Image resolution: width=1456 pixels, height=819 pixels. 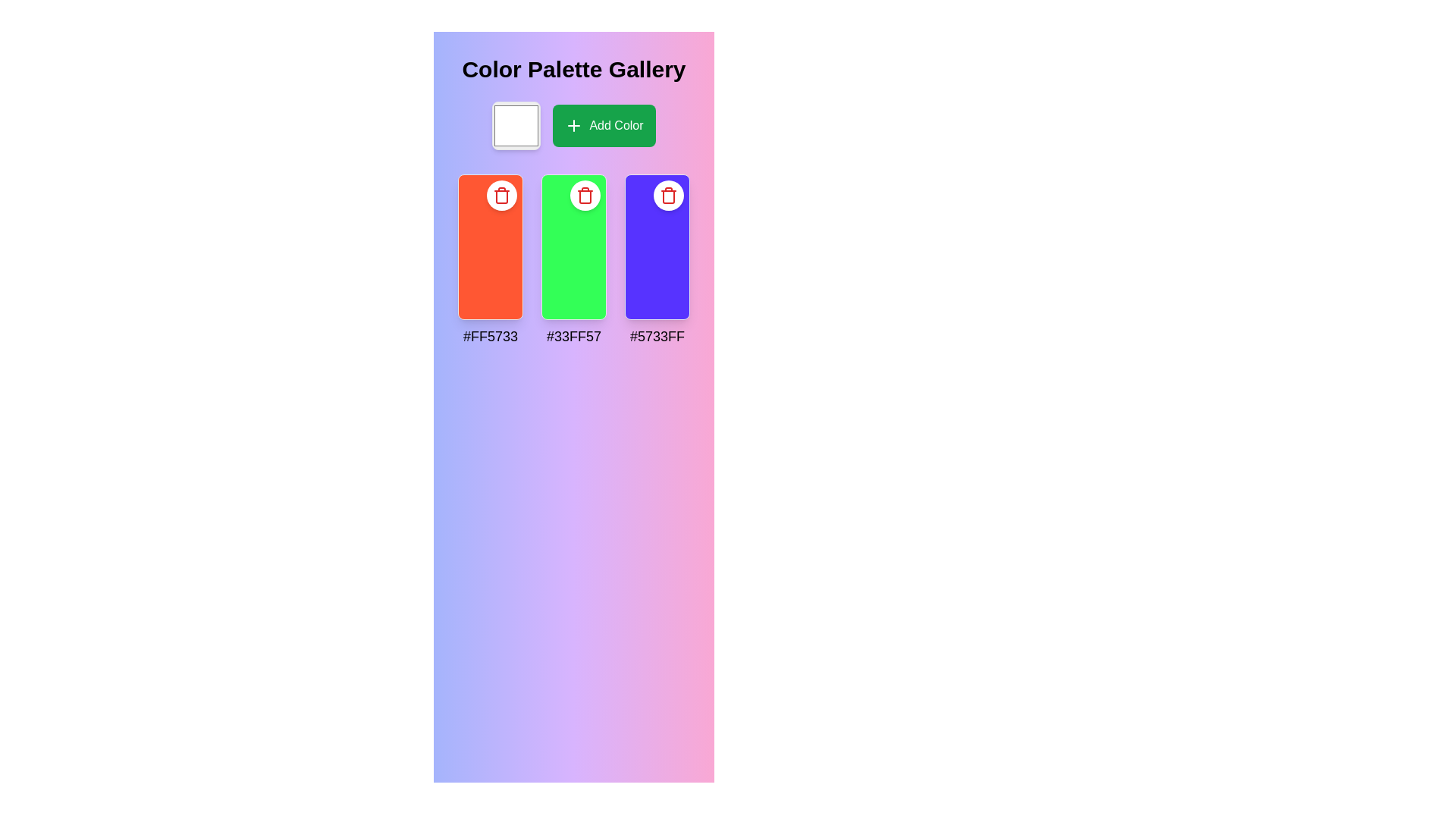 What do you see at coordinates (657, 335) in the screenshot?
I see `the label displaying the hex color code '#5733FF' located below the third color swatch in the color palette gallery` at bounding box center [657, 335].